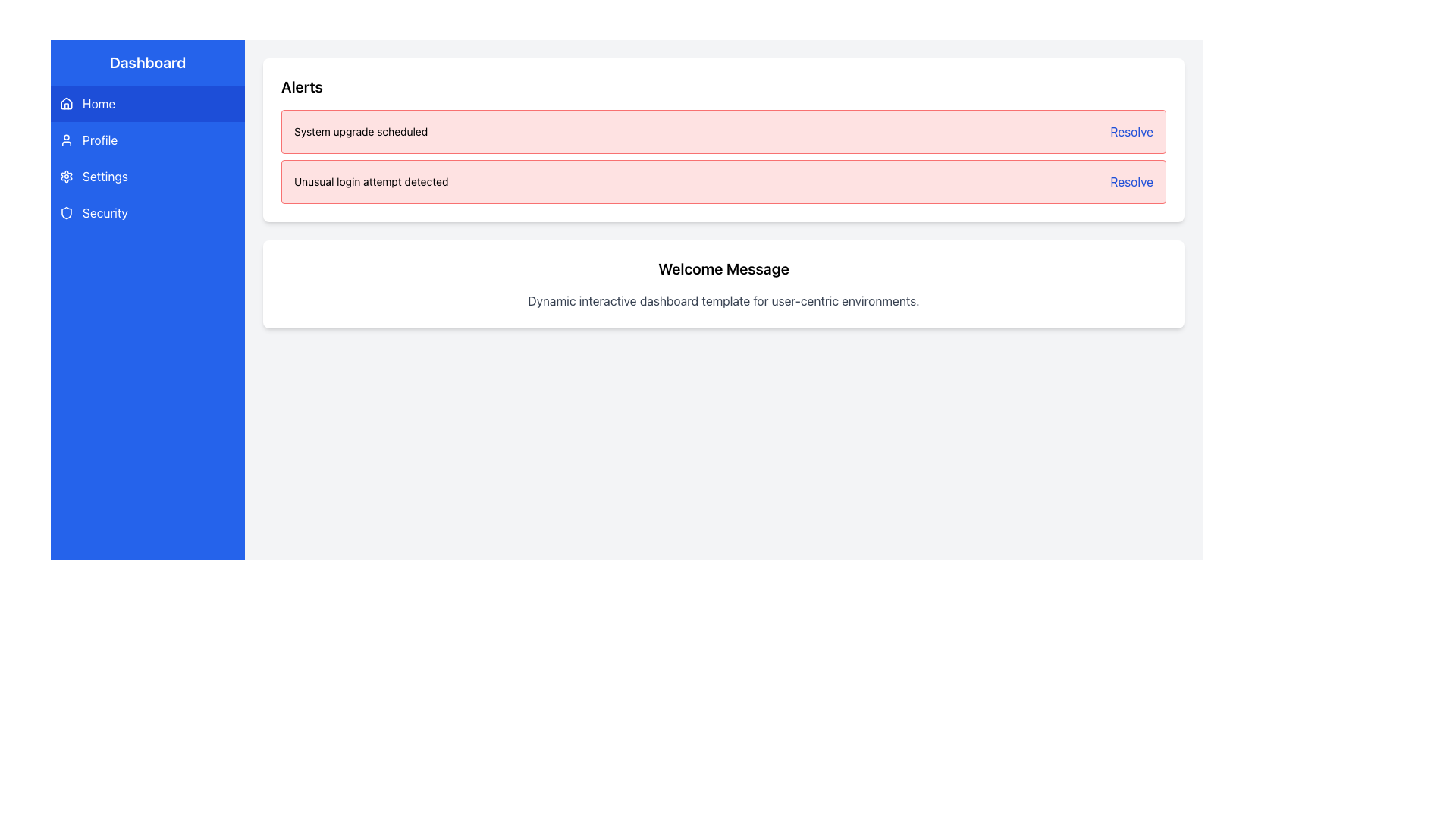 This screenshot has width=1456, height=819. What do you see at coordinates (99, 140) in the screenshot?
I see `the 'Profile' text label, which is styled with a blue background and white text, located in the vertical navigation menu on the left side` at bounding box center [99, 140].